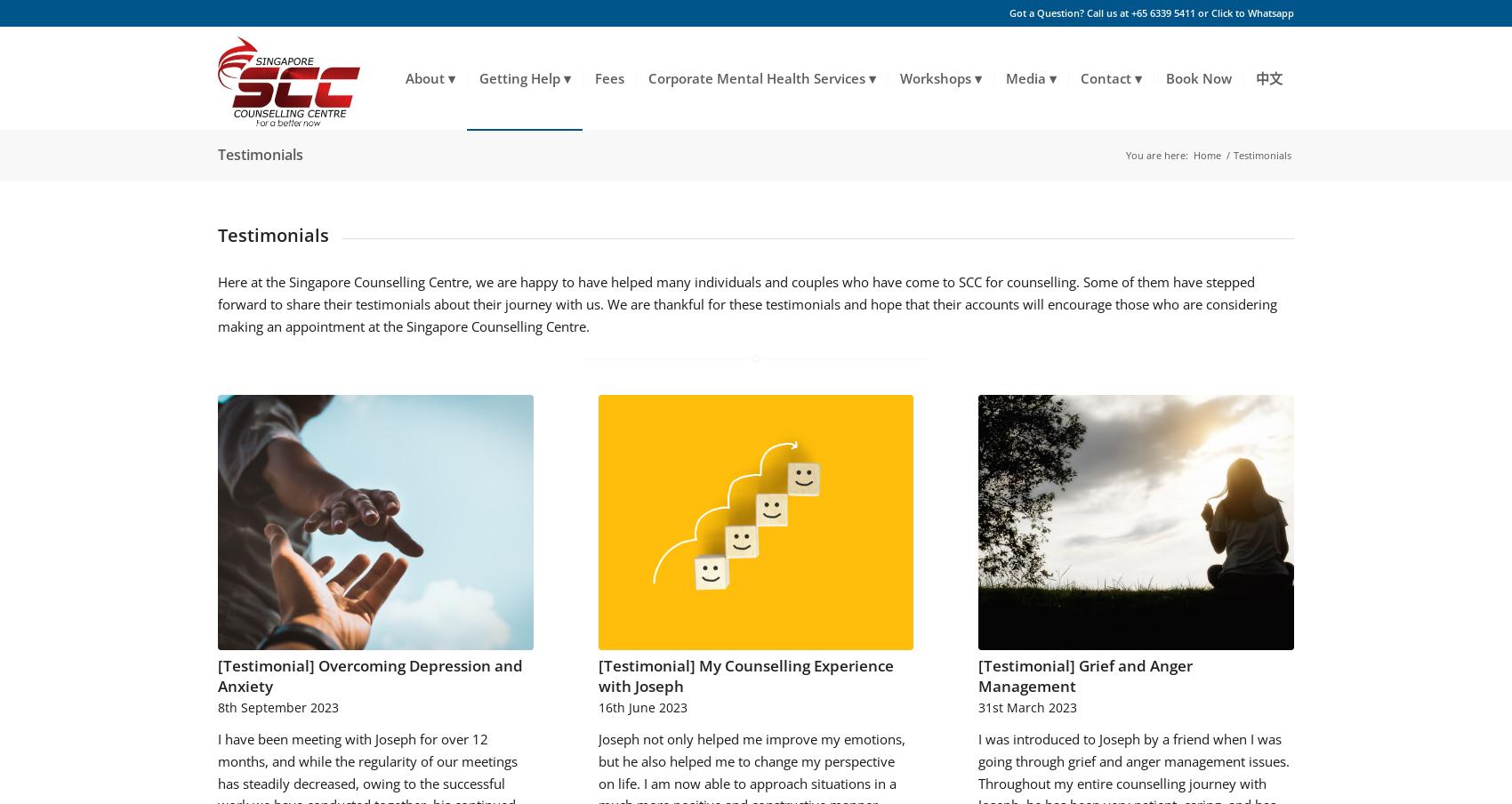 The image size is (1512, 804). Describe the element at coordinates (277, 706) in the screenshot. I see `'8th September 2023'` at that location.